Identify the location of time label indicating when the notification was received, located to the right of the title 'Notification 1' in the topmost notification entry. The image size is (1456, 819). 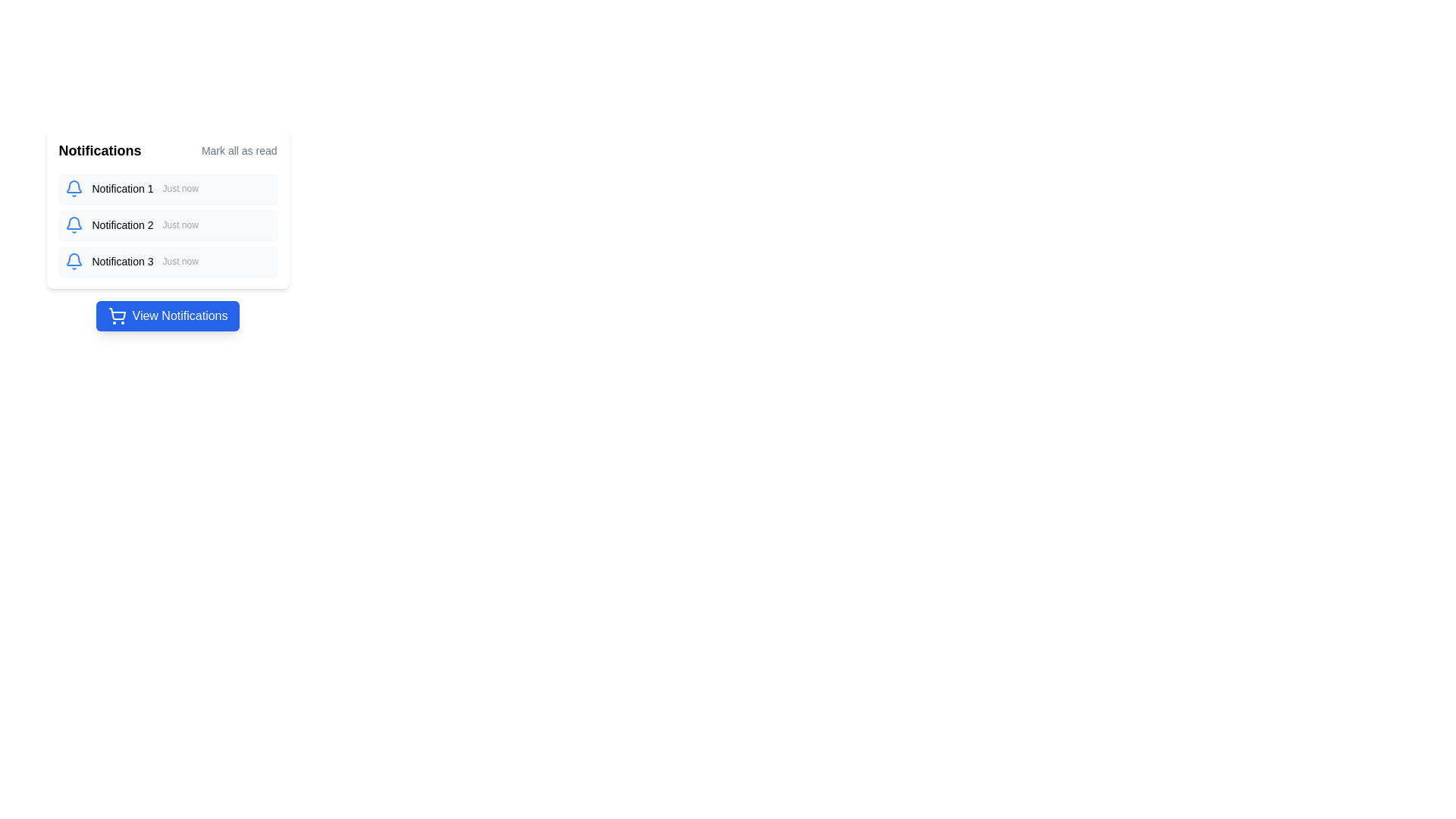
(180, 188).